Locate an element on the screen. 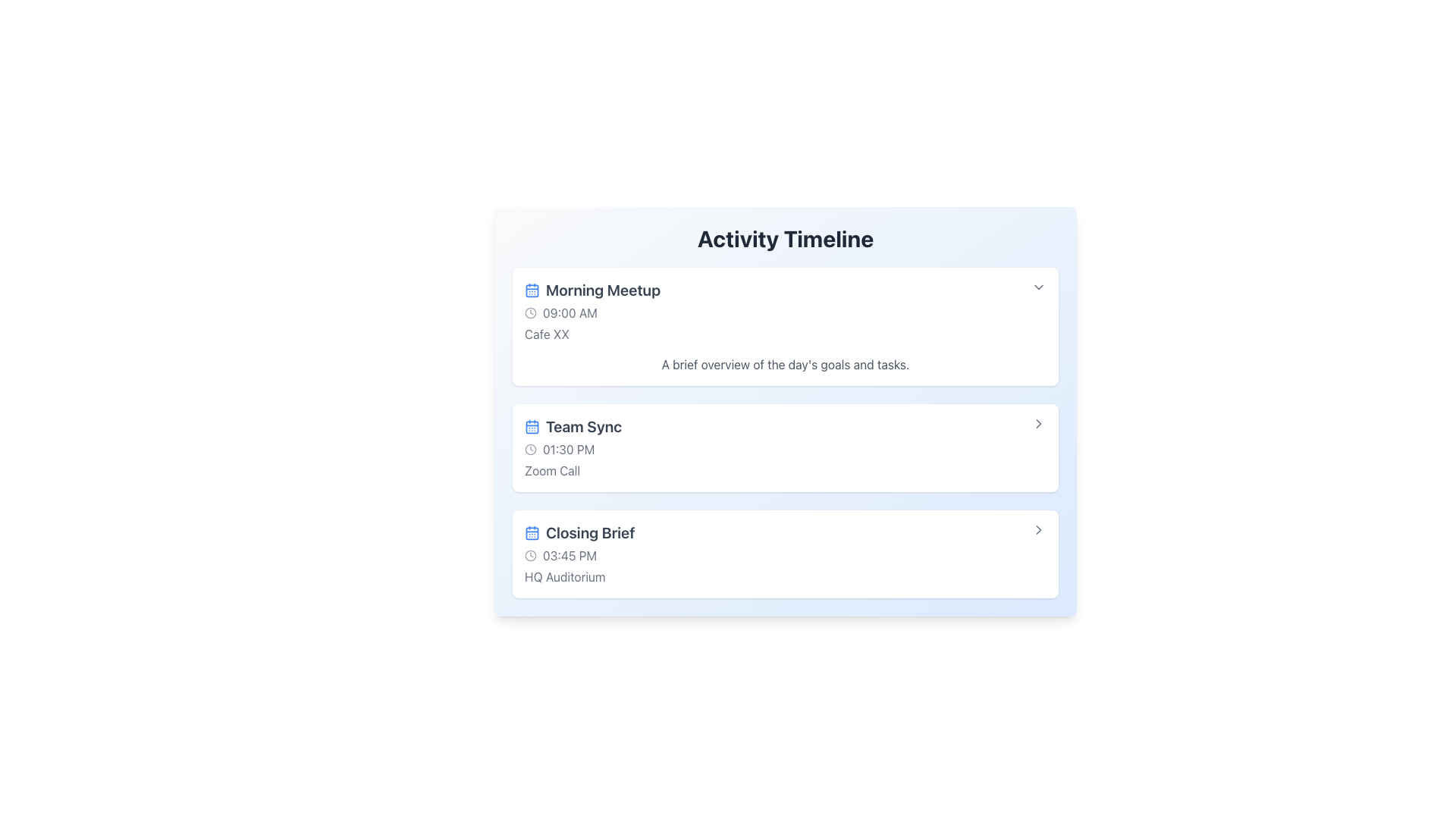 The height and width of the screenshot is (819, 1456). the button located at the top-right corner of the 'Morning Meetup' activity card is located at coordinates (1037, 287).